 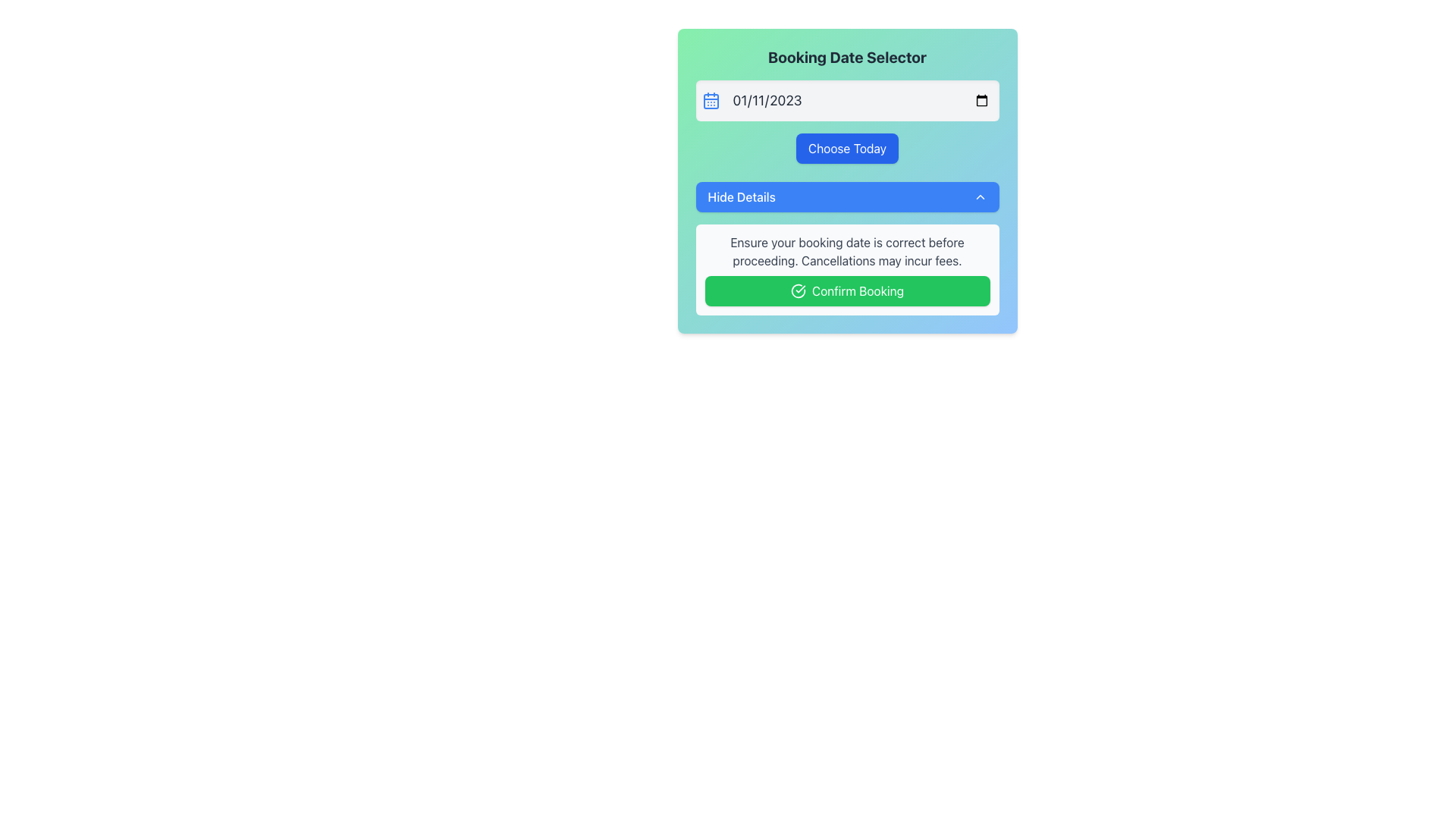 What do you see at coordinates (846, 250) in the screenshot?
I see `the text block that contains the message 'Ensure your booking date is correct before proceeding. Cancellations may incur fees.' which is styled with a gray font color and is located above the green button labeled 'Confirm Booking.'` at bounding box center [846, 250].